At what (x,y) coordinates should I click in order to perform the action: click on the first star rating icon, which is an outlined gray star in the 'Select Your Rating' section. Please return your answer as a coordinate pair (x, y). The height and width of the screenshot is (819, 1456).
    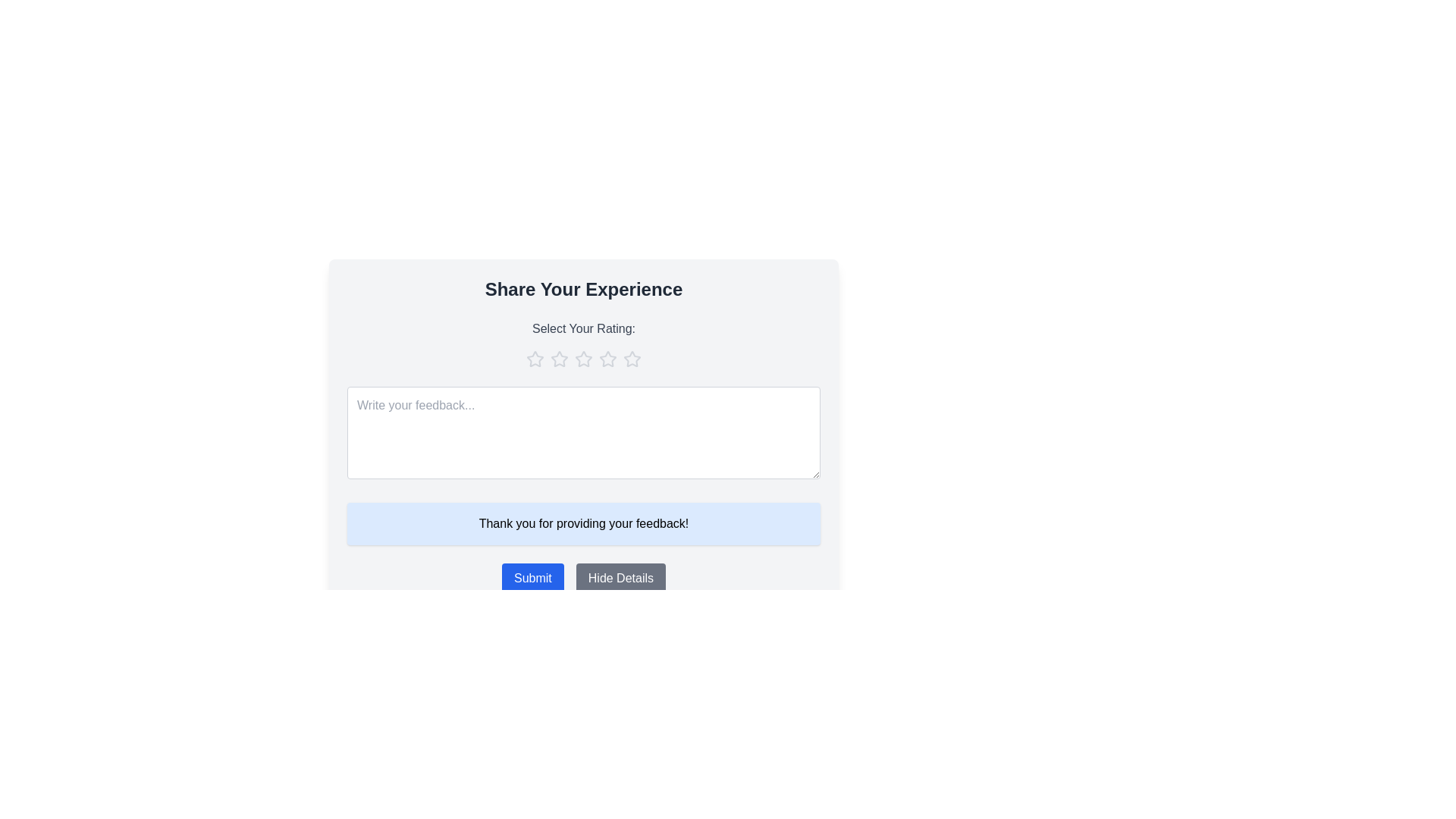
    Looking at the image, I should click on (535, 359).